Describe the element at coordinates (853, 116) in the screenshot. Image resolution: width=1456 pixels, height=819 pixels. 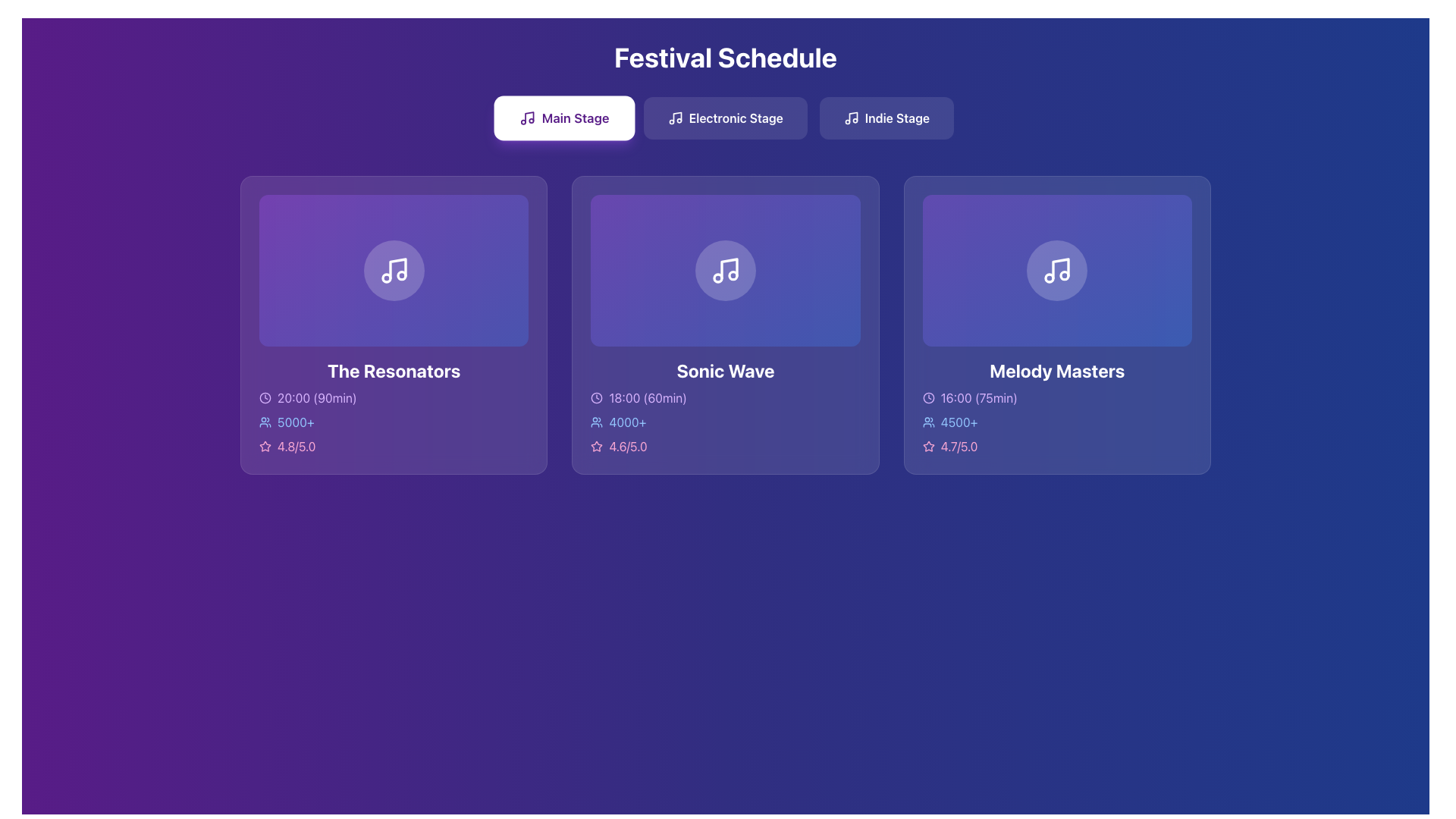
I see `the musical note icon located in the upper section of the 'Sonic Wave' card, which is displayed against a gradient purple background. This icon is part of the graphical representation for audio-related content` at that location.